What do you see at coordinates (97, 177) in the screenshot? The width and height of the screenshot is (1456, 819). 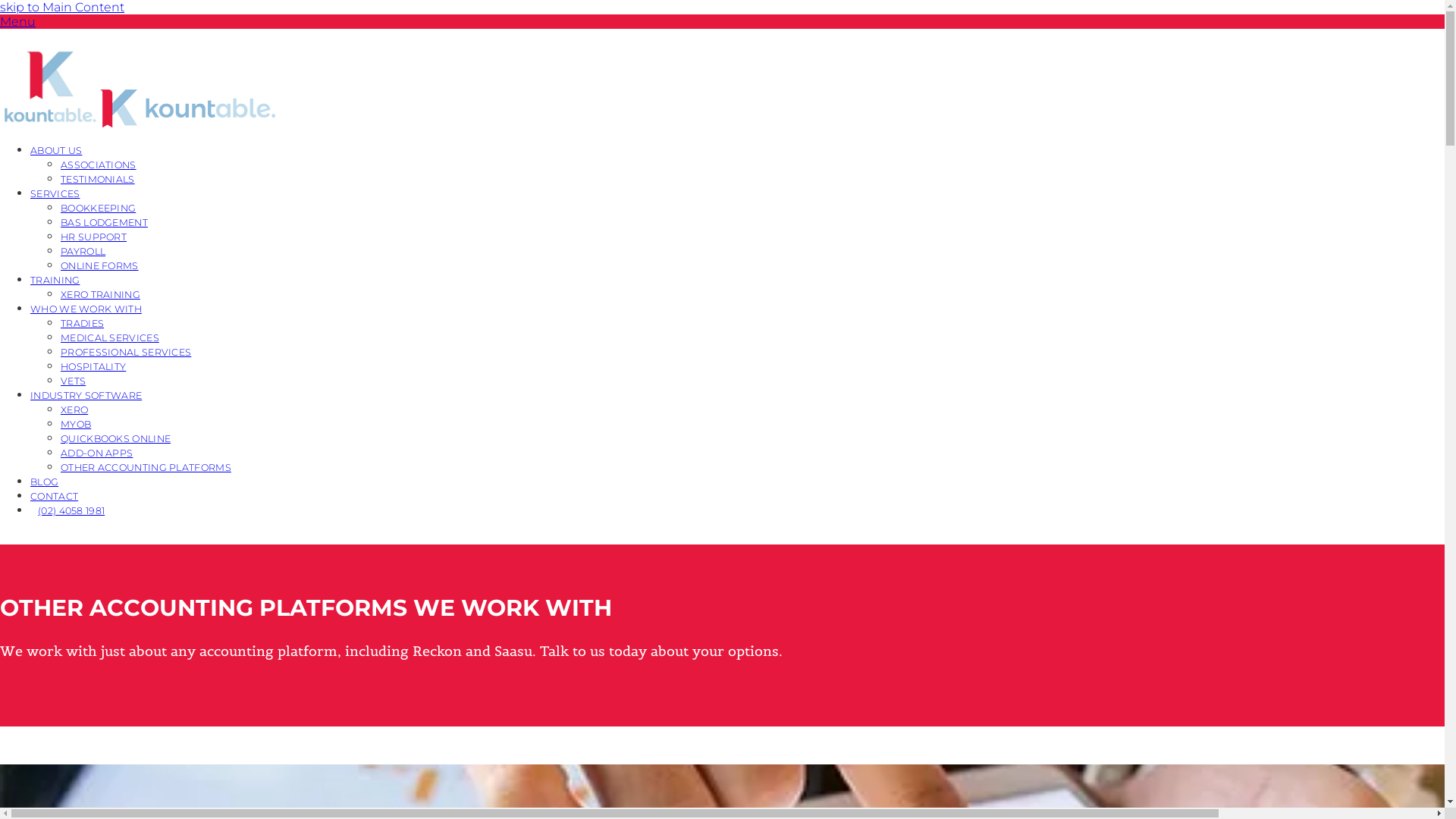 I see `'TESTIMONIALS'` at bounding box center [97, 177].